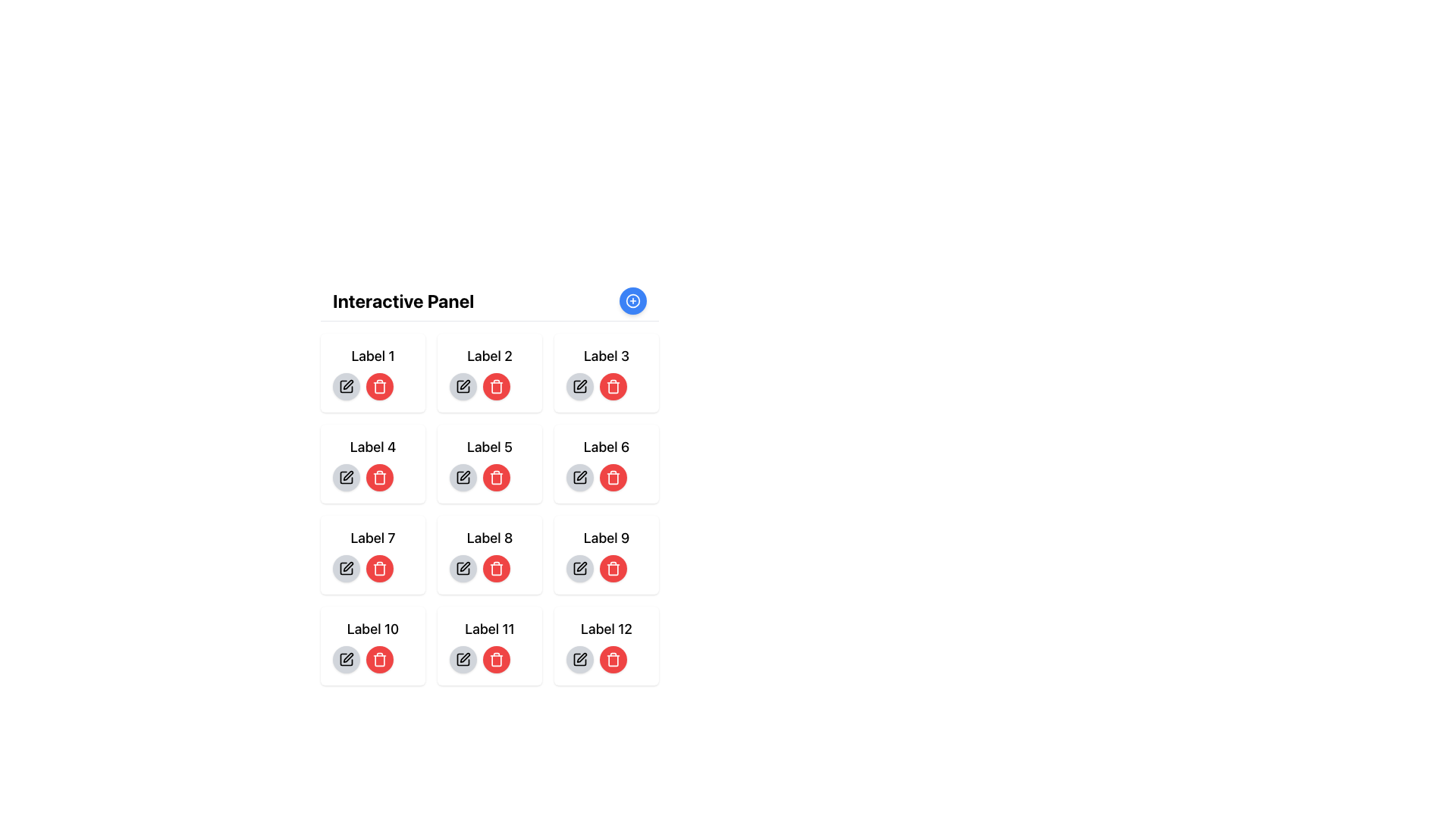  What do you see at coordinates (613, 476) in the screenshot?
I see `the delete icon located within the circular red button in the grid structure under 'Label 8'` at bounding box center [613, 476].